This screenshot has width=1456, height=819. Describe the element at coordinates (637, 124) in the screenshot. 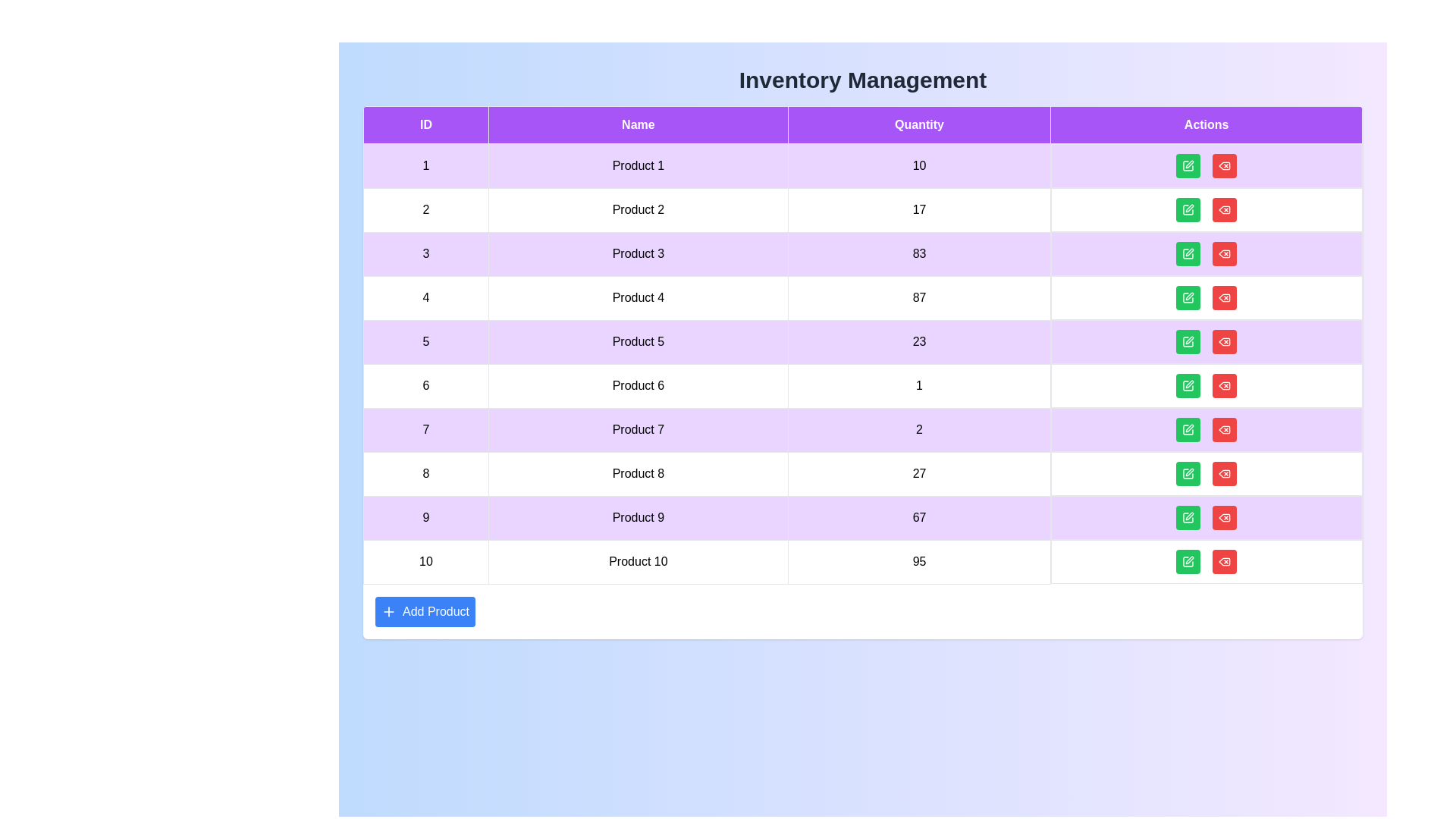

I see `the header of the column Name to sort the table by that column` at that location.